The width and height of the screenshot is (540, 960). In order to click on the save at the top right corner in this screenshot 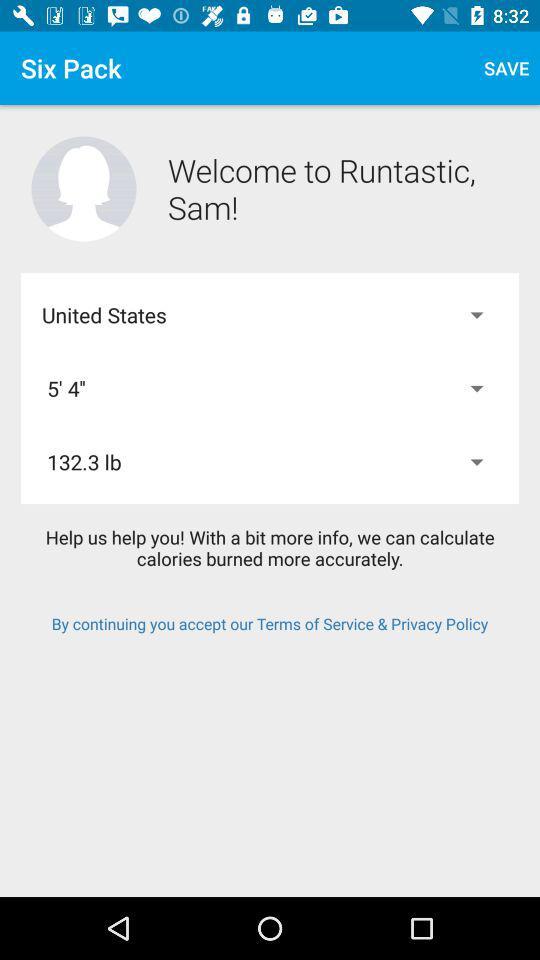, I will do `click(505, 68)`.